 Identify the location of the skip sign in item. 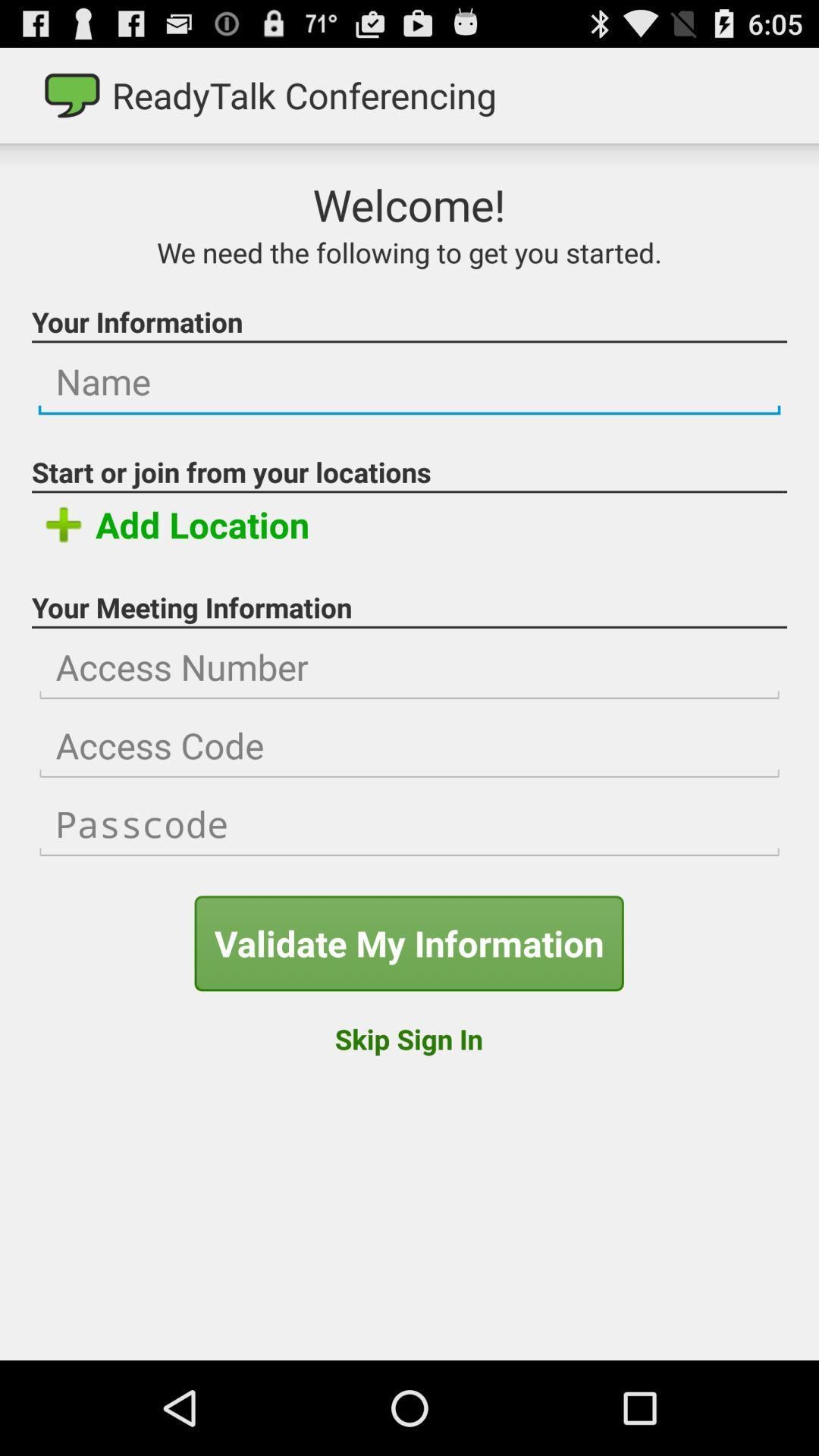
(408, 1038).